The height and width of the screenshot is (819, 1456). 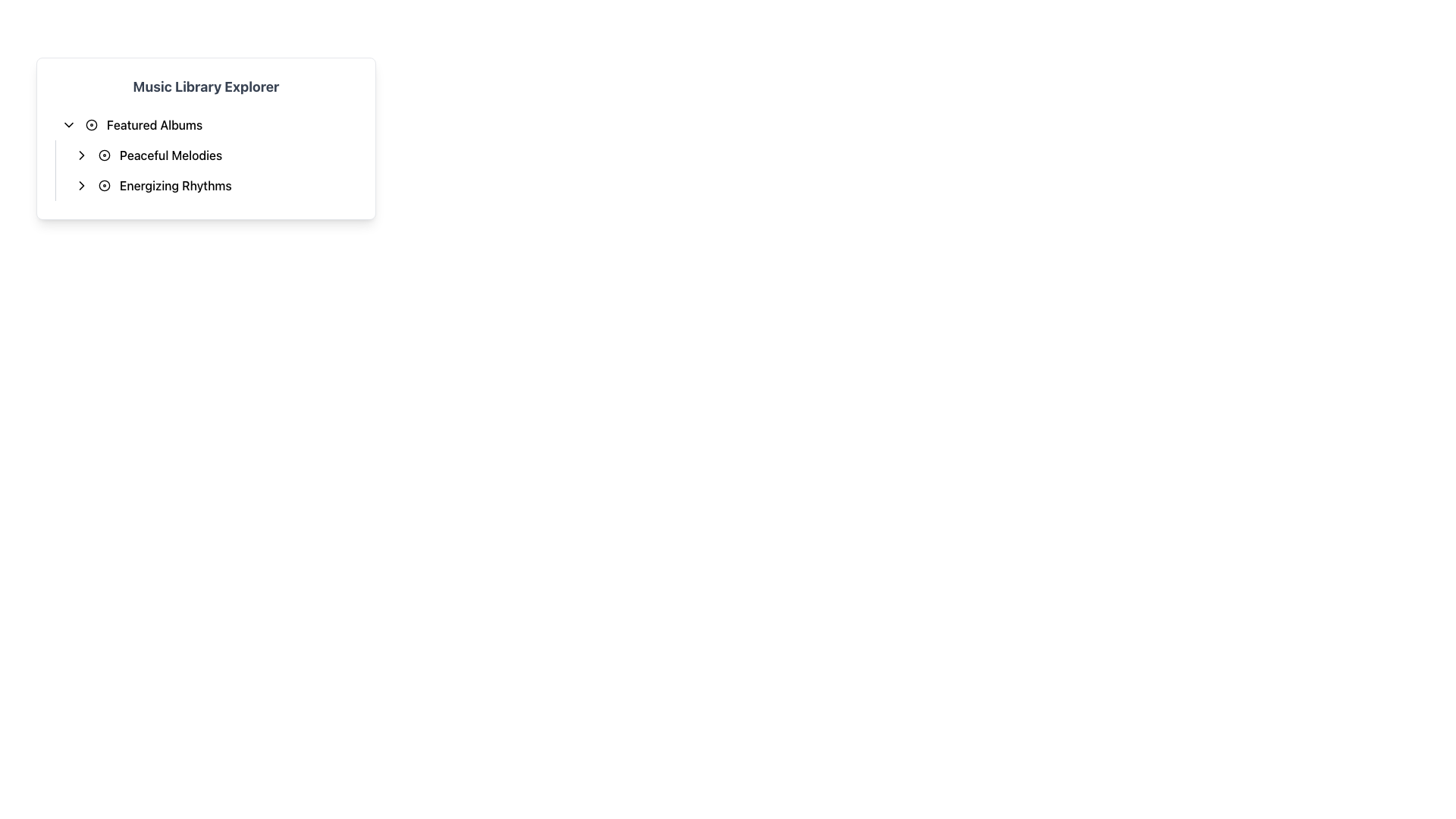 What do you see at coordinates (206, 87) in the screenshot?
I see `text label 'Music Library Explorer' which is a bold, medium-sized text styled in neutral gray color at the top of a card component` at bounding box center [206, 87].